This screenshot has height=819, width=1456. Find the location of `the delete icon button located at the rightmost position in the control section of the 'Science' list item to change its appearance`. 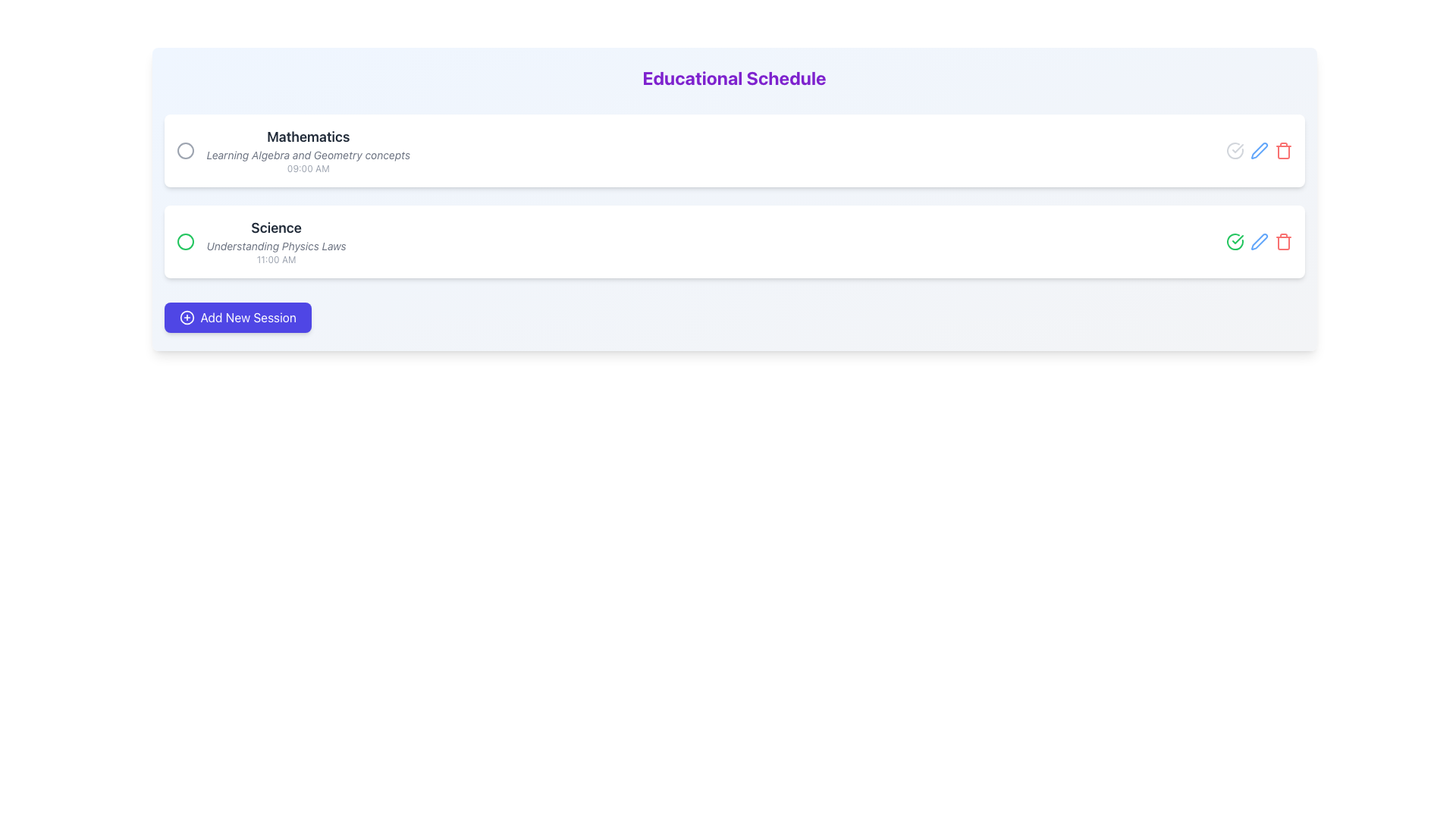

the delete icon button located at the rightmost position in the control section of the 'Science' list item to change its appearance is located at coordinates (1282, 242).